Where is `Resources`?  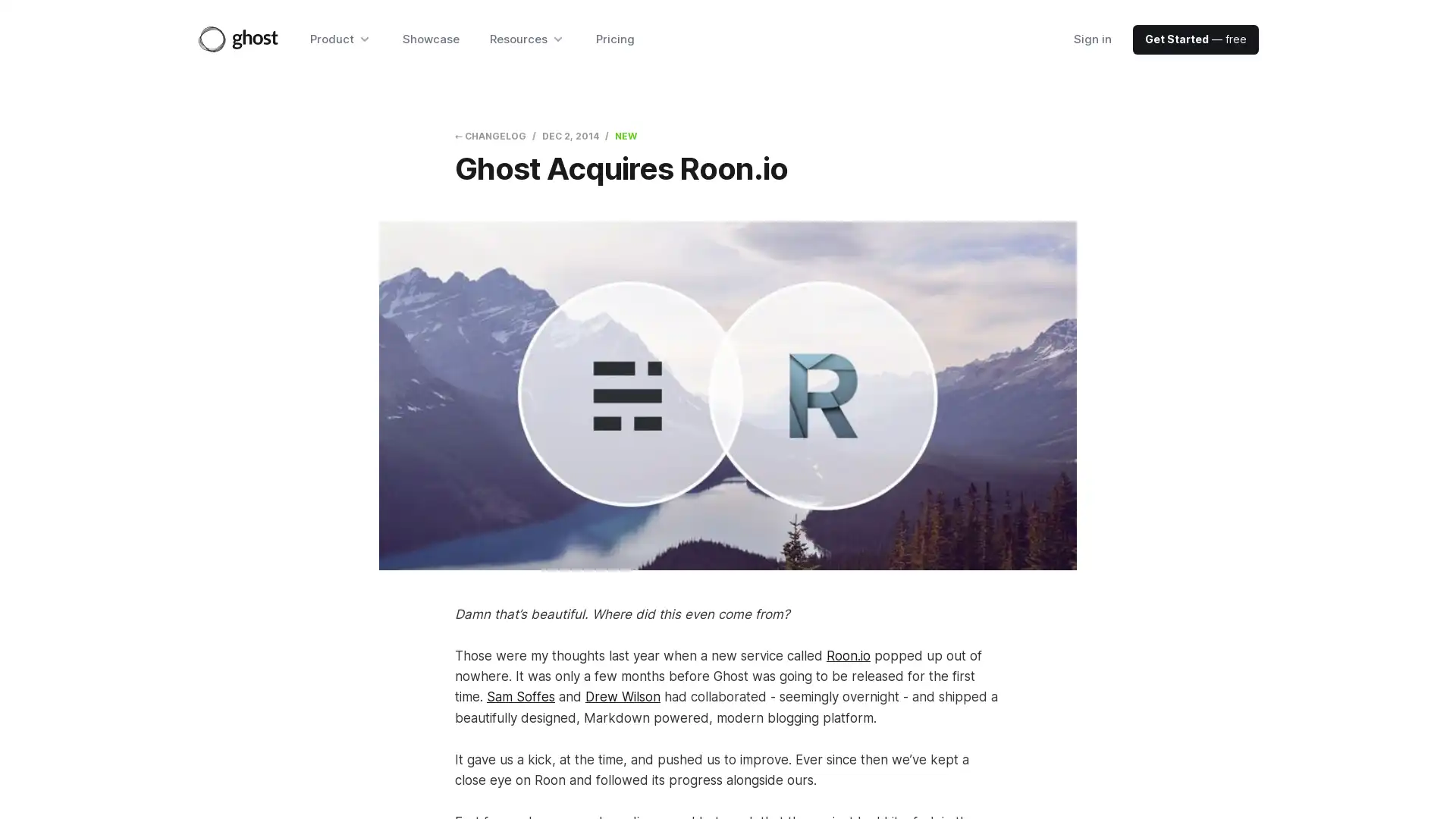
Resources is located at coordinates (527, 38).